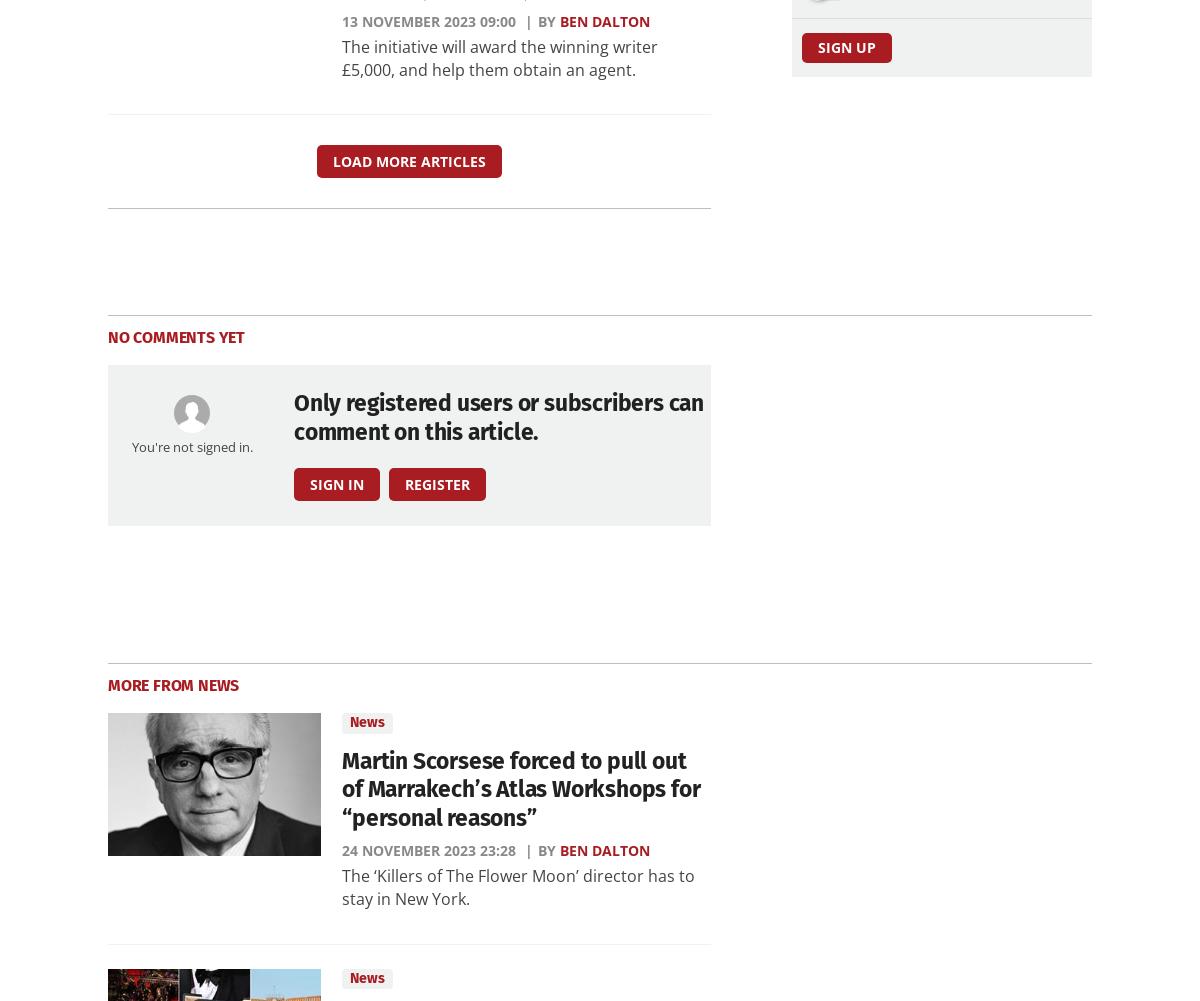 The width and height of the screenshot is (1200, 1001). What do you see at coordinates (497, 417) in the screenshot?
I see `'Only registered users or subscribers can comment on this article.'` at bounding box center [497, 417].